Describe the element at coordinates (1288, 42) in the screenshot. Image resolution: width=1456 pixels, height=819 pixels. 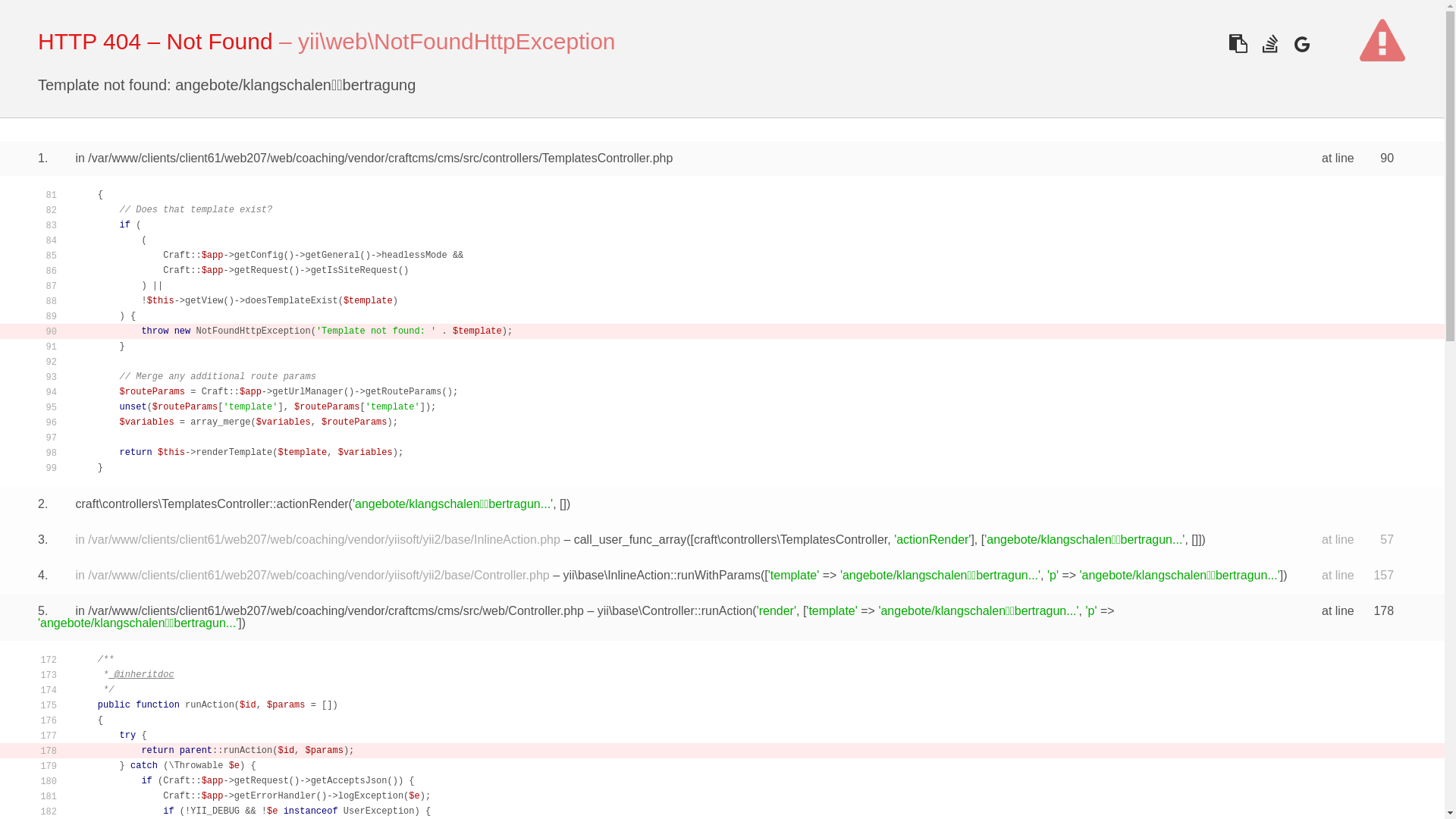
I see `'Search error on Google'` at that location.